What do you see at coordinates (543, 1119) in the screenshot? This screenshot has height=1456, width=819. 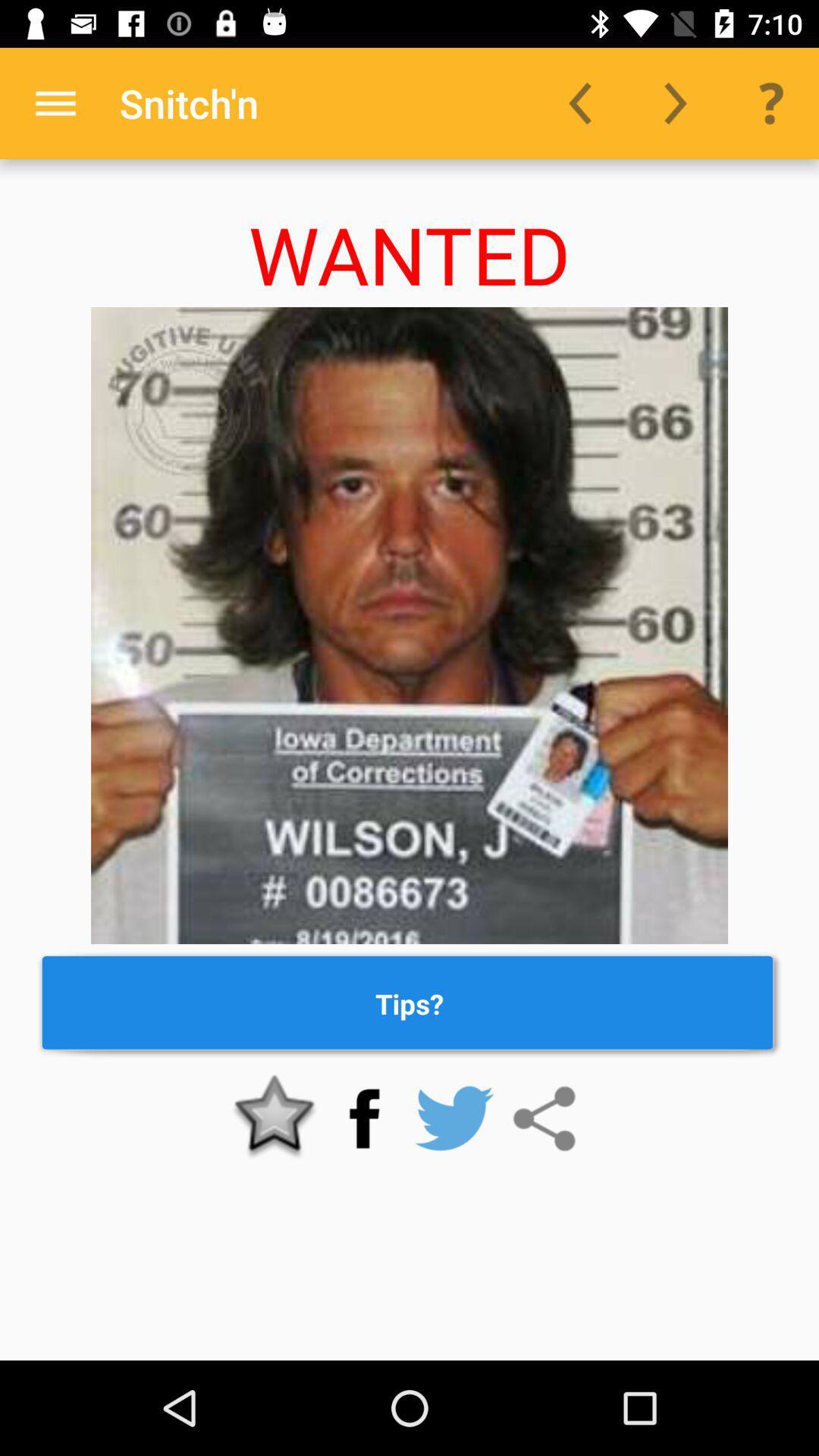 I see `click sharing icon` at bounding box center [543, 1119].